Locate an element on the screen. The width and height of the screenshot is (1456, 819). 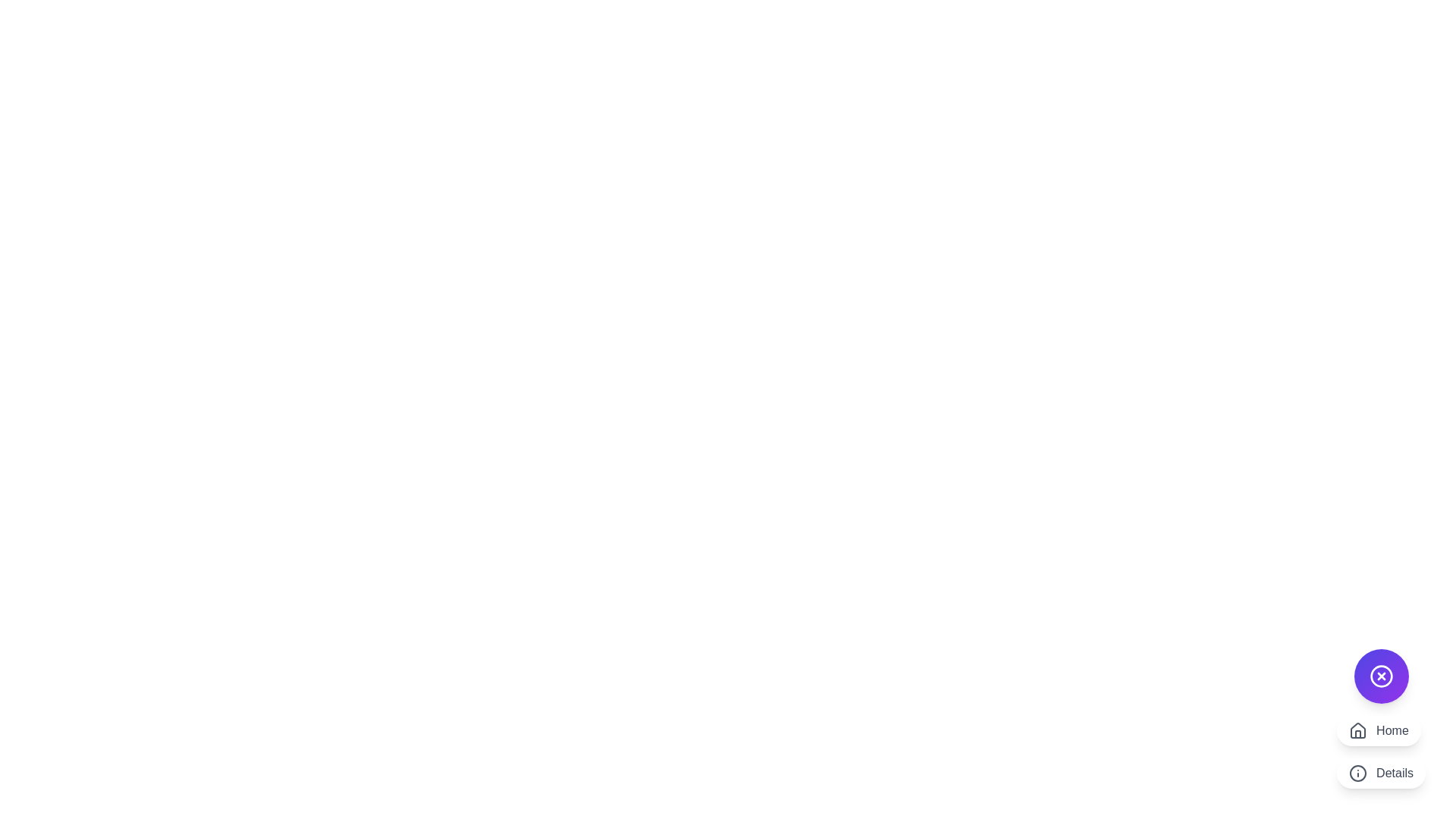
the circular button with a gradient color transition from indigo to purple, featuring a white circled 'X' icon, to interact via keyboard is located at coordinates (1381, 675).